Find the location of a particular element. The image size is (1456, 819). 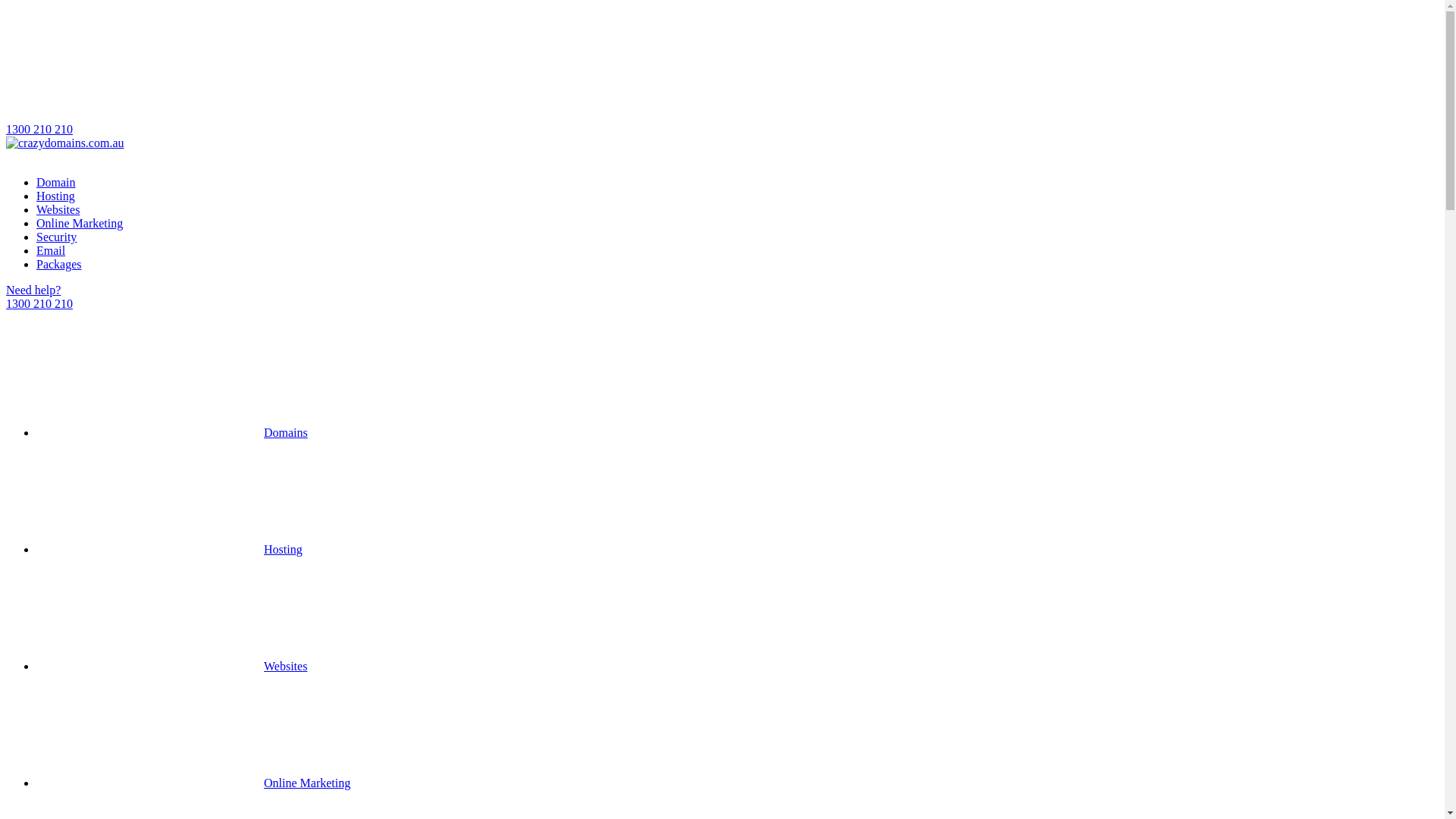

'Domain' is located at coordinates (55, 181).